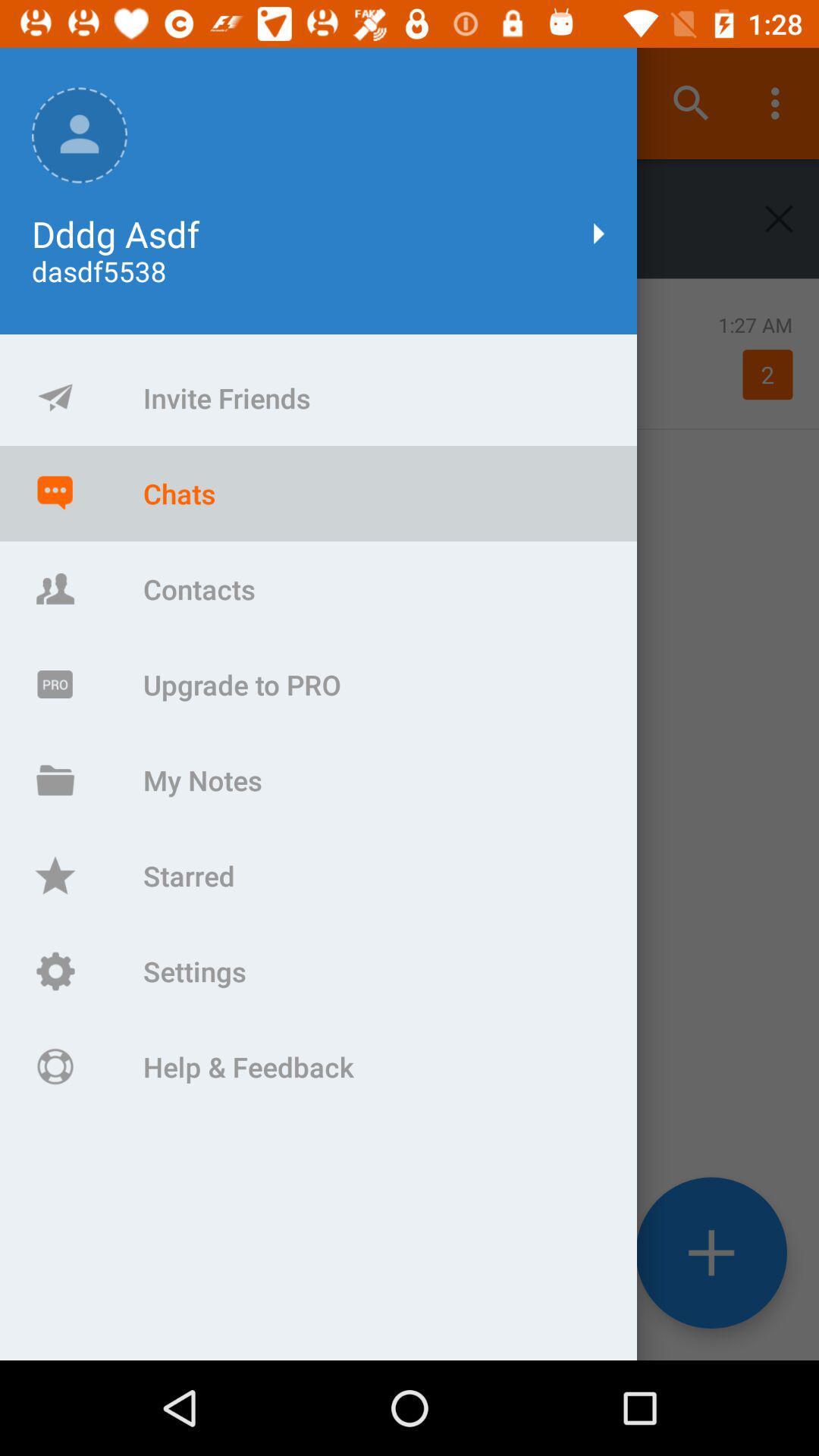 The width and height of the screenshot is (819, 1456). Describe the element at coordinates (711, 1253) in the screenshot. I see `new contact` at that location.